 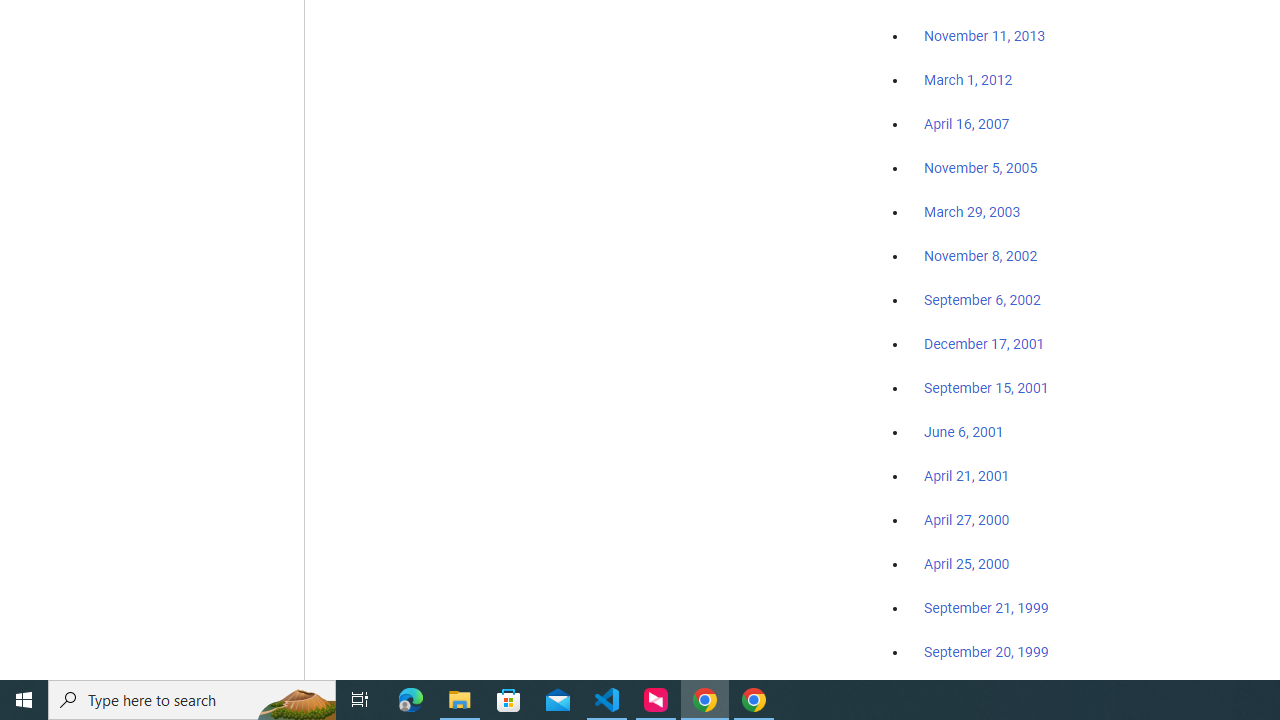 What do you see at coordinates (986, 607) in the screenshot?
I see `'September 21, 1999'` at bounding box center [986, 607].